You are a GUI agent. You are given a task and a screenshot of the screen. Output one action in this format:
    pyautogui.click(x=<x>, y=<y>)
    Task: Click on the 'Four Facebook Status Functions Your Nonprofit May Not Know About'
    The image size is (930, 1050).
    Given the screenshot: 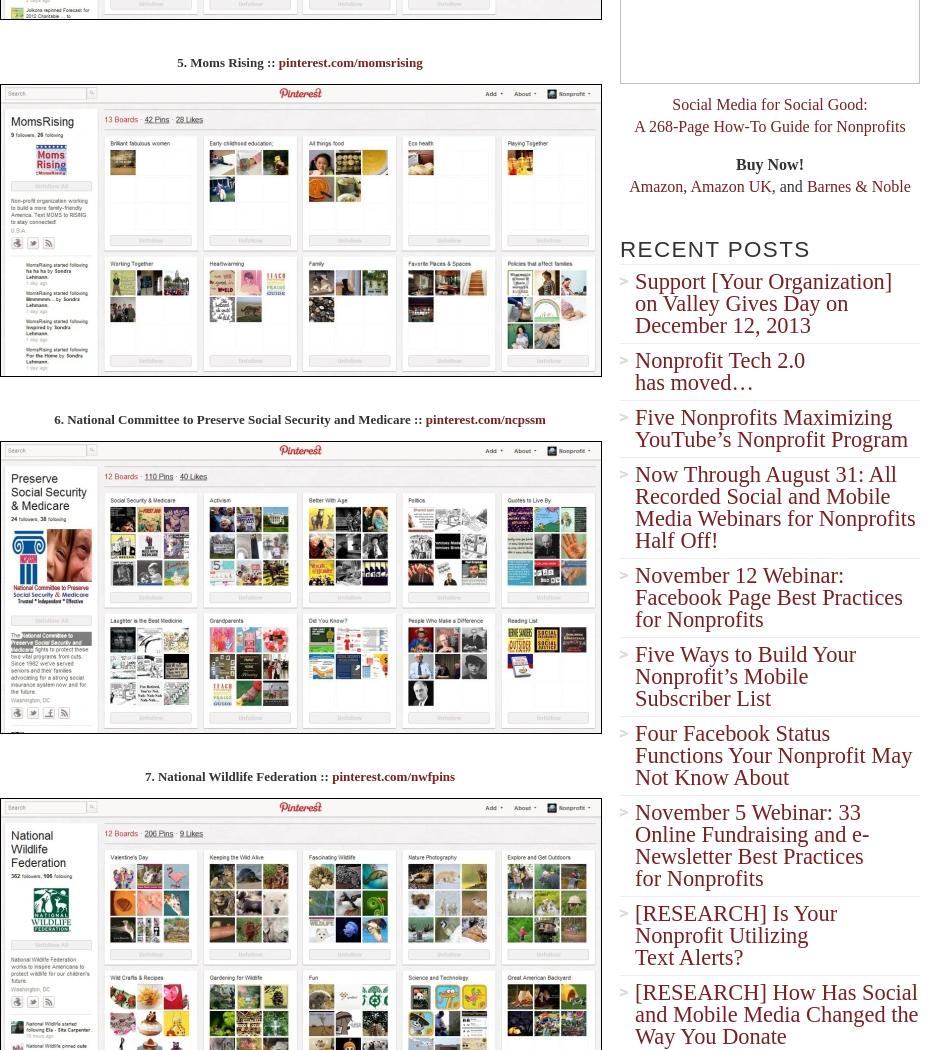 What is the action you would take?
    pyautogui.click(x=773, y=755)
    